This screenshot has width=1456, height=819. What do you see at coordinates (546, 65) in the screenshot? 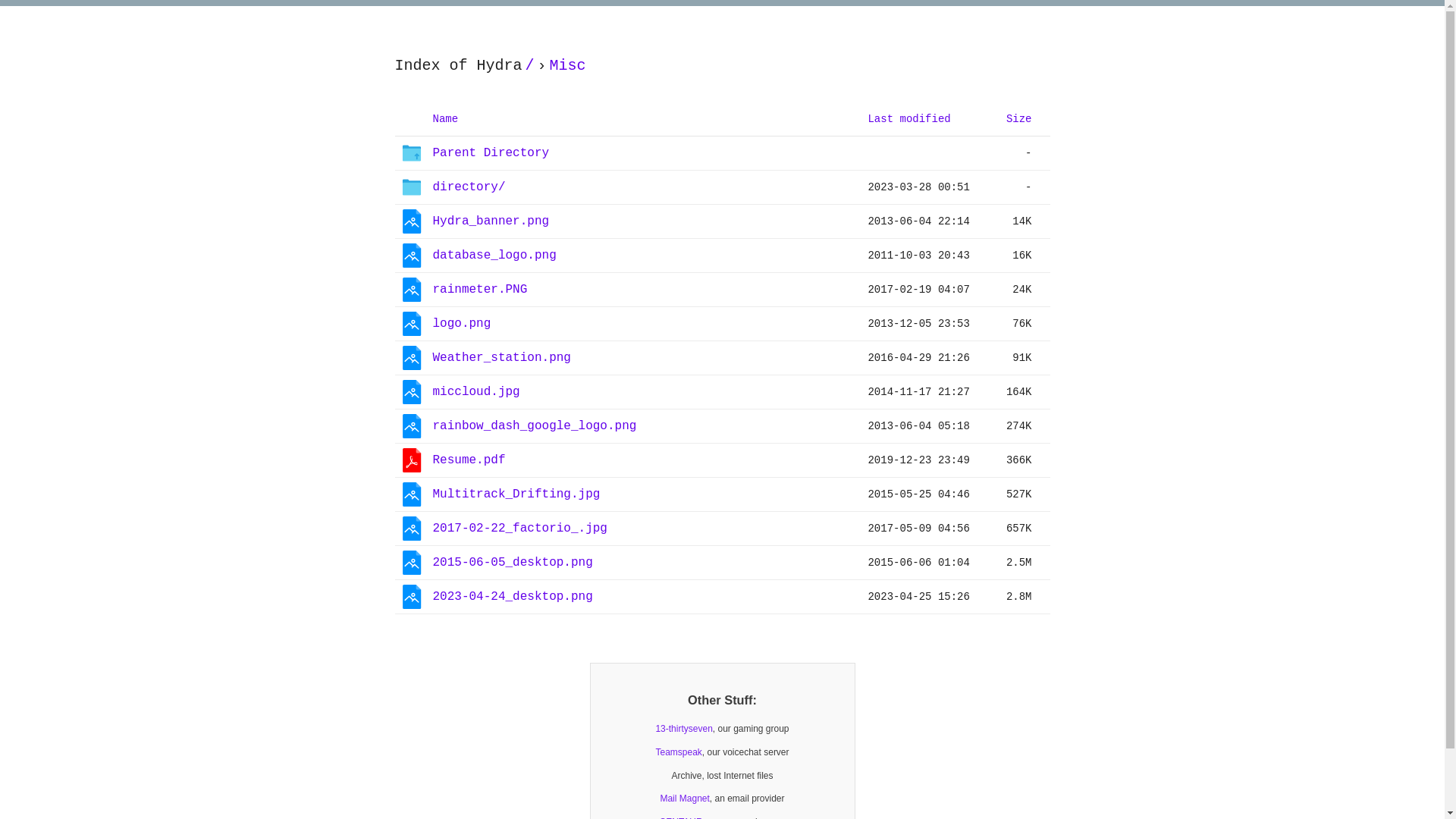
I see `'Misc'` at bounding box center [546, 65].